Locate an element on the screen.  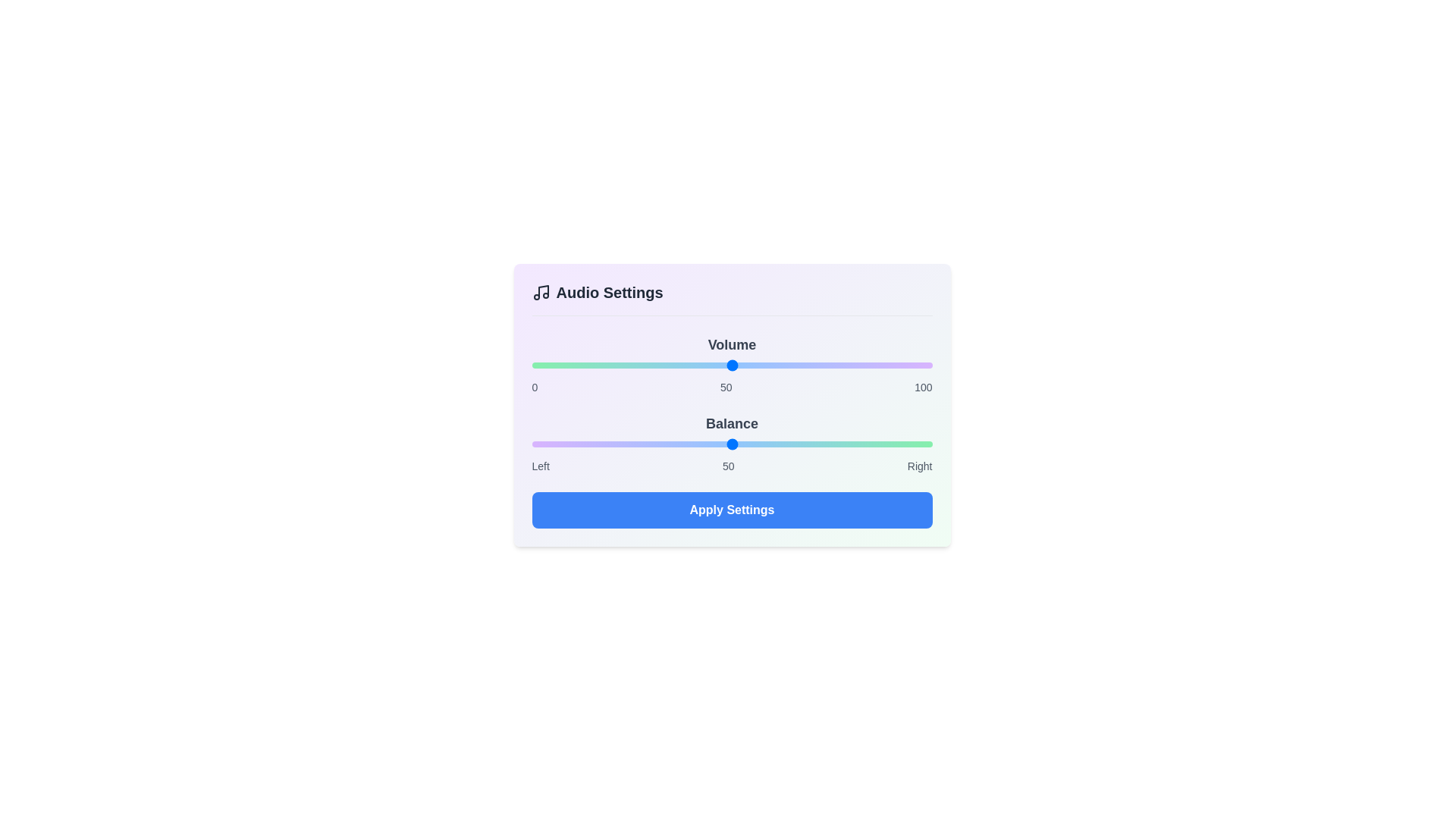
the 'Audio Settings' panel is located at coordinates (732, 404).